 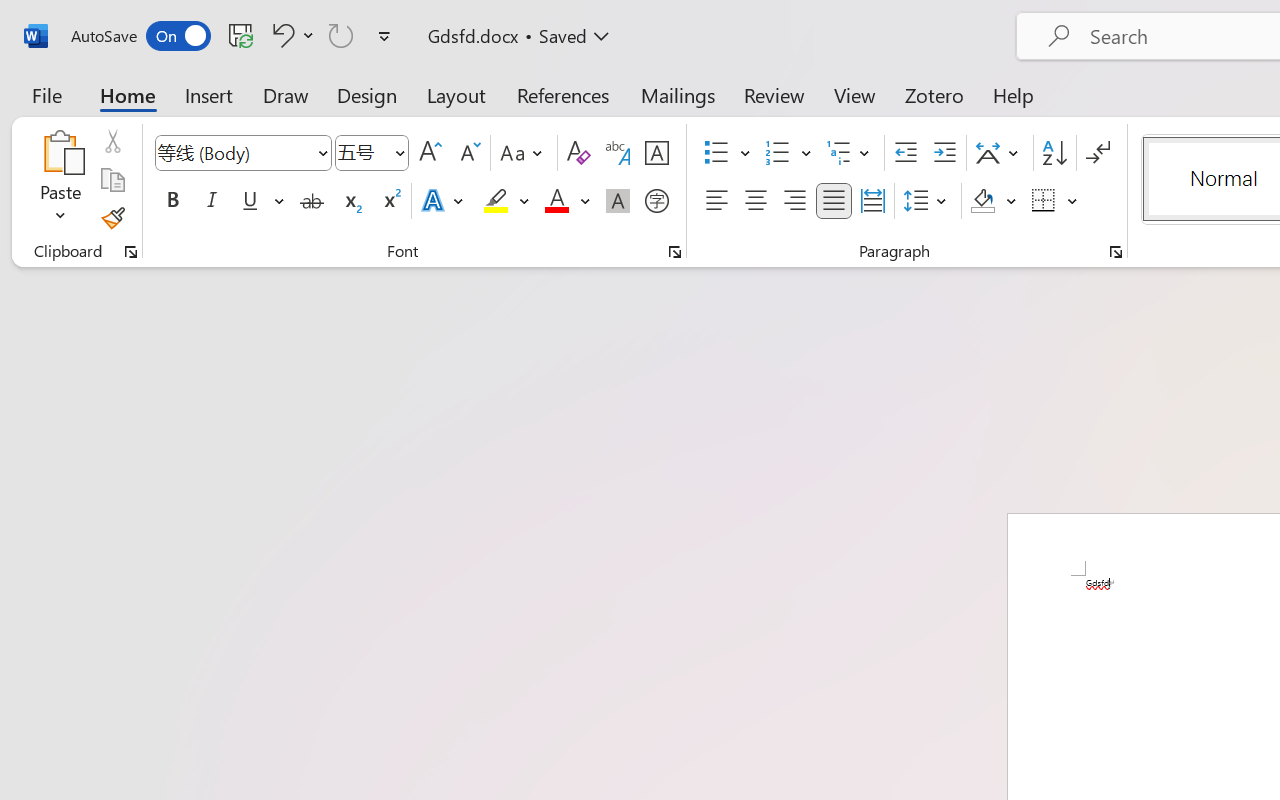 What do you see at coordinates (279, 34) in the screenshot?
I see `'Undo Apply Quick Style'` at bounding box center [279, 34].